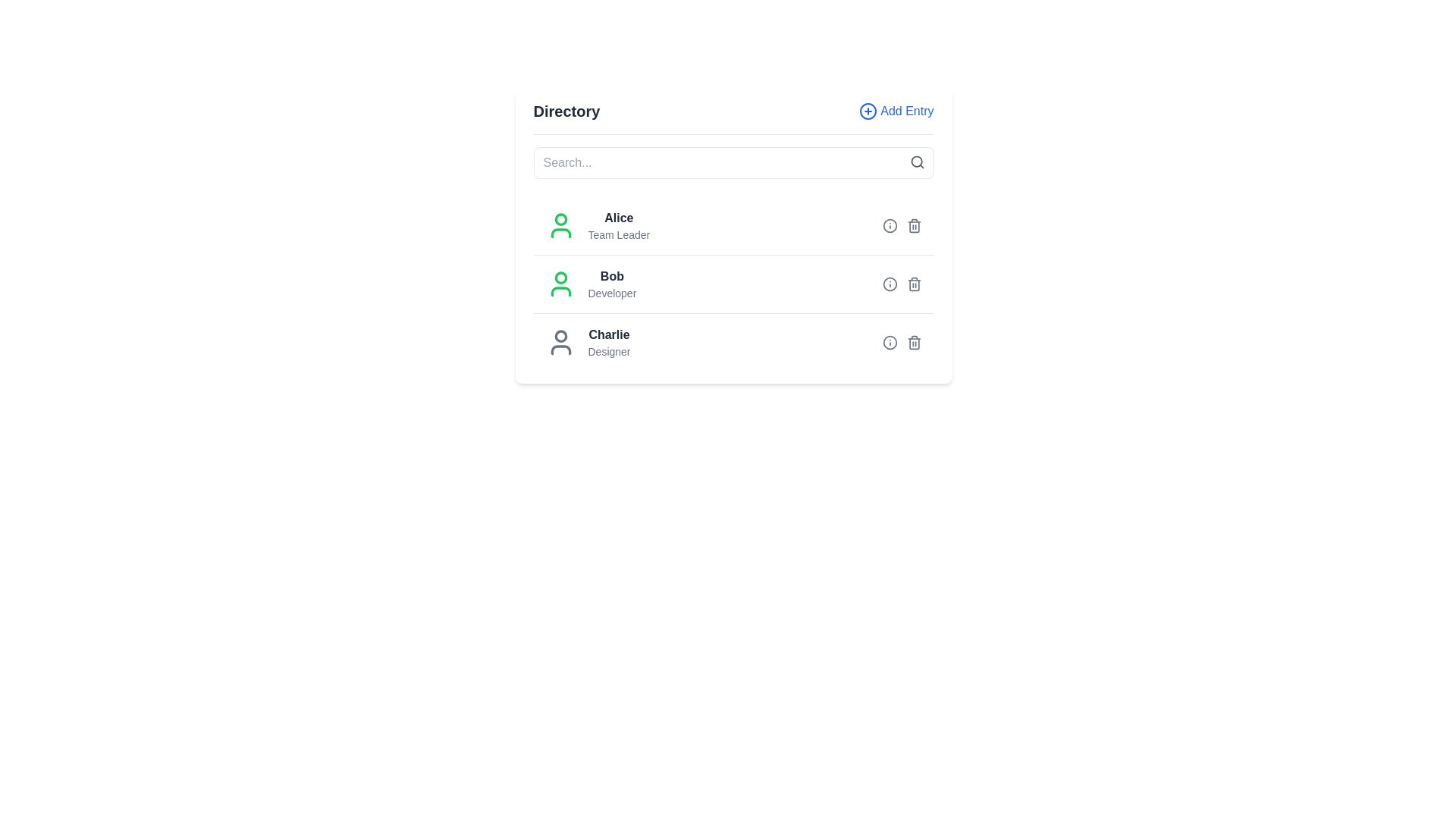  What do you see at coordinates (733, 236) in the screenshot?
I see `individual items within the directory display card, which is centrally located beneath the search bar and contains a vertically aligned list of entries` at bounding box center [733, 236].